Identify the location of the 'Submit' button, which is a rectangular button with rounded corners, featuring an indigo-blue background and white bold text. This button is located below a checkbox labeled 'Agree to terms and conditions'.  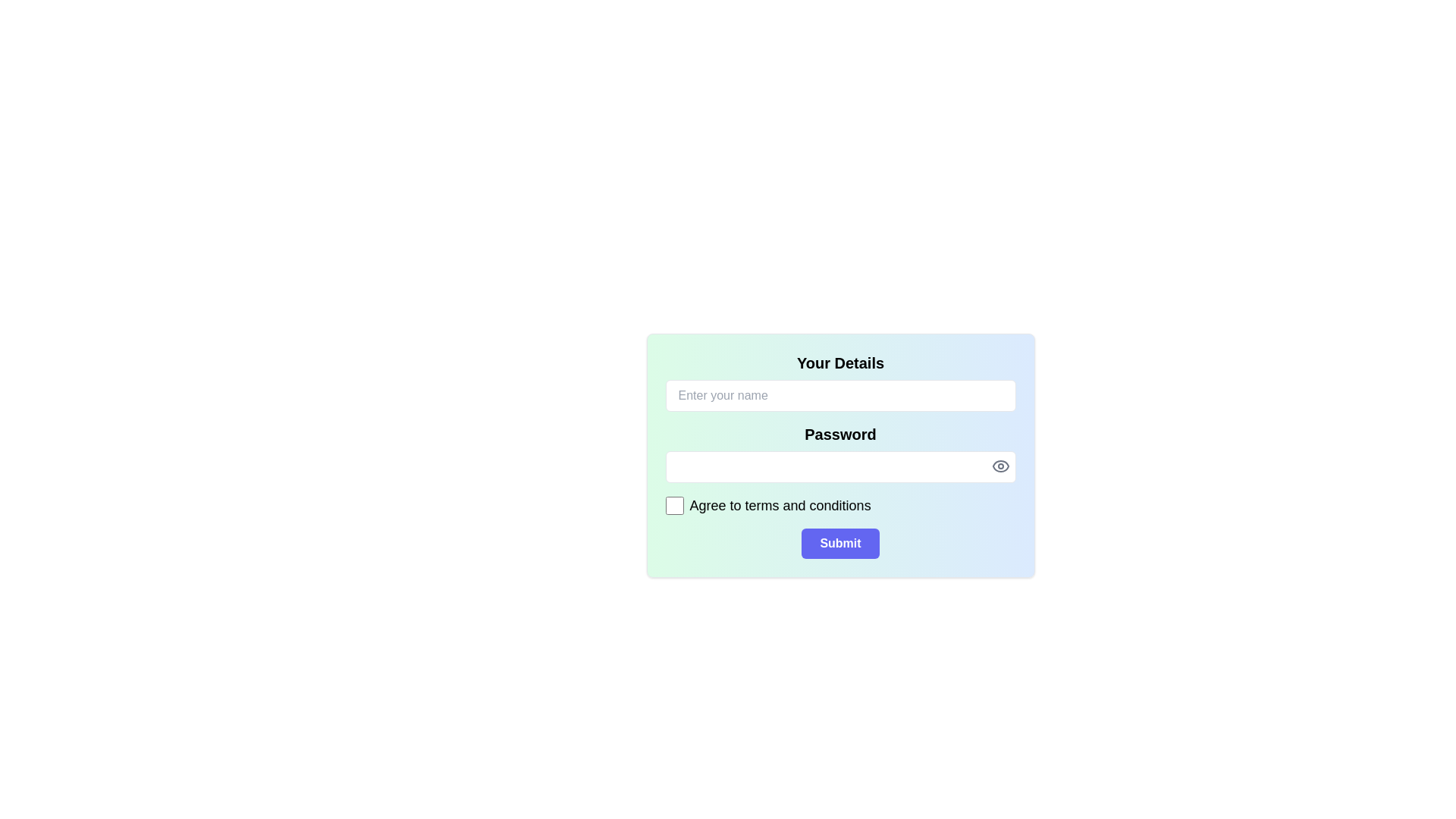
(839, 543).